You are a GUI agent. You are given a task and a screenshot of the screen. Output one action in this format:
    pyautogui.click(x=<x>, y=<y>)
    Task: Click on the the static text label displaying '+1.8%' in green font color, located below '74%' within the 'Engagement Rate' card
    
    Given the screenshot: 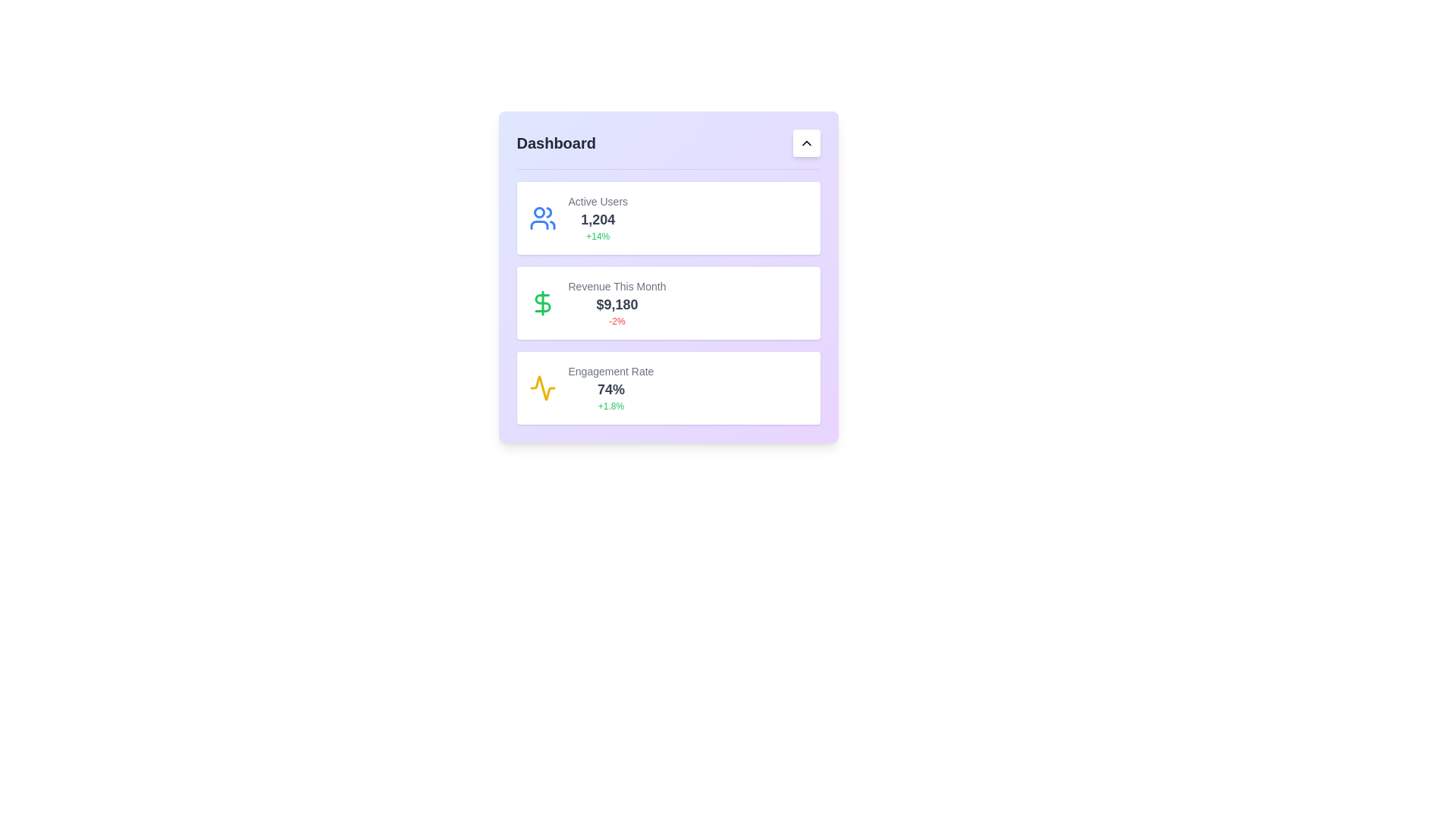 What is the action you would take?
    pyautogui.click(x=611, y=406)
    